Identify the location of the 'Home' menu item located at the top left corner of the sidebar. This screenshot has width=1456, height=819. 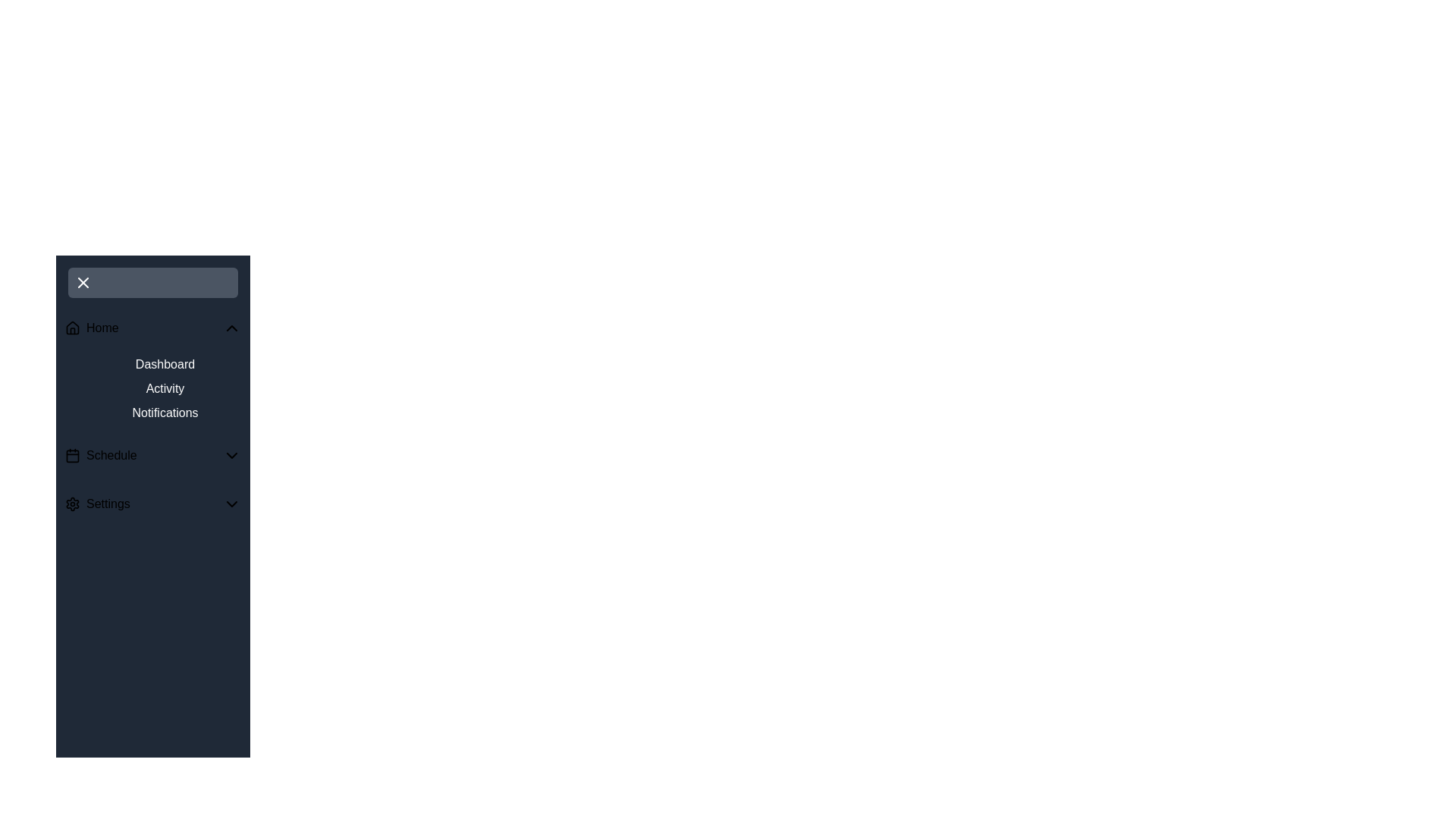
(152, 327).